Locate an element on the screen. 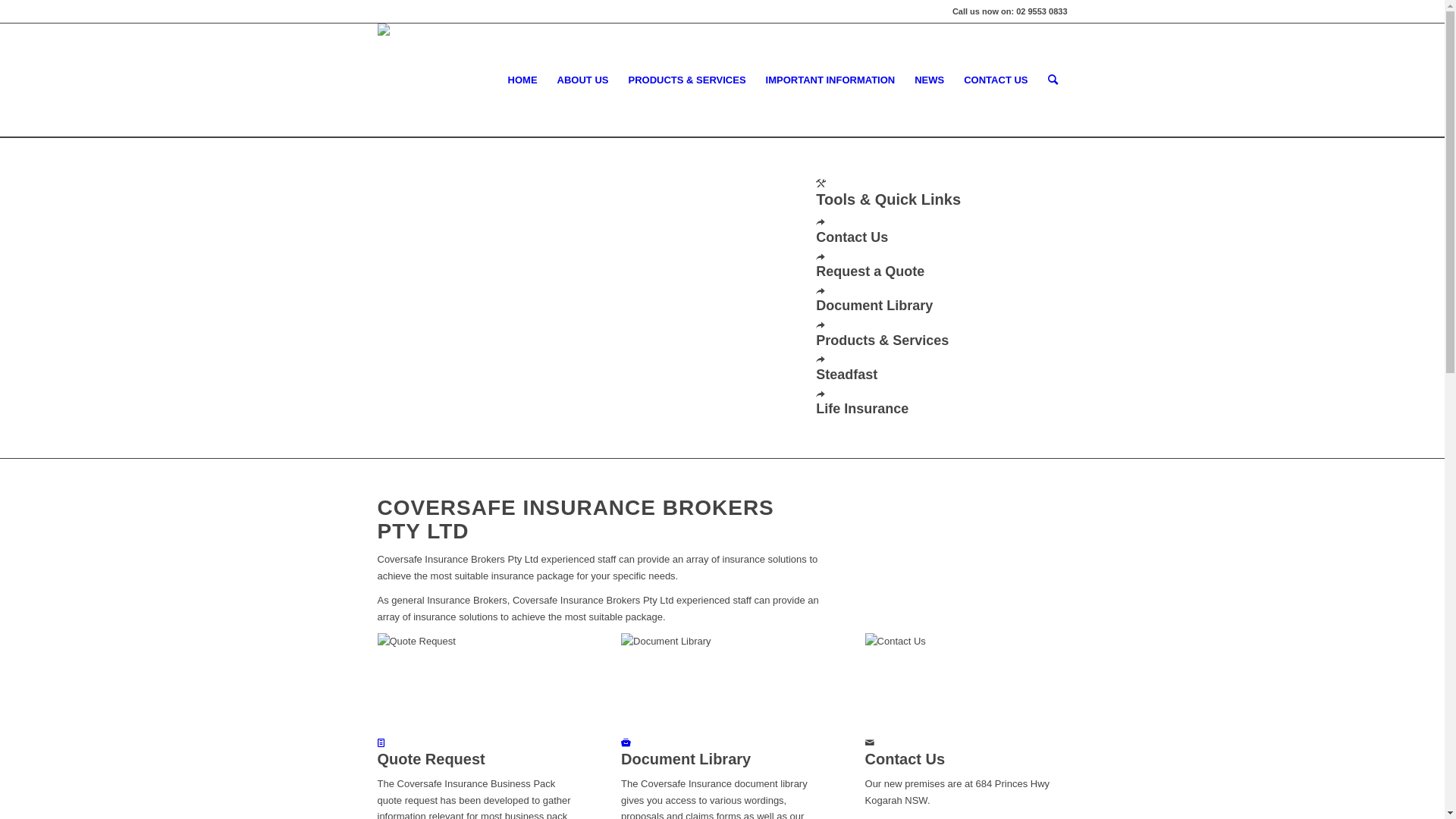  'Document Library' is located at coordinates (874, 305).